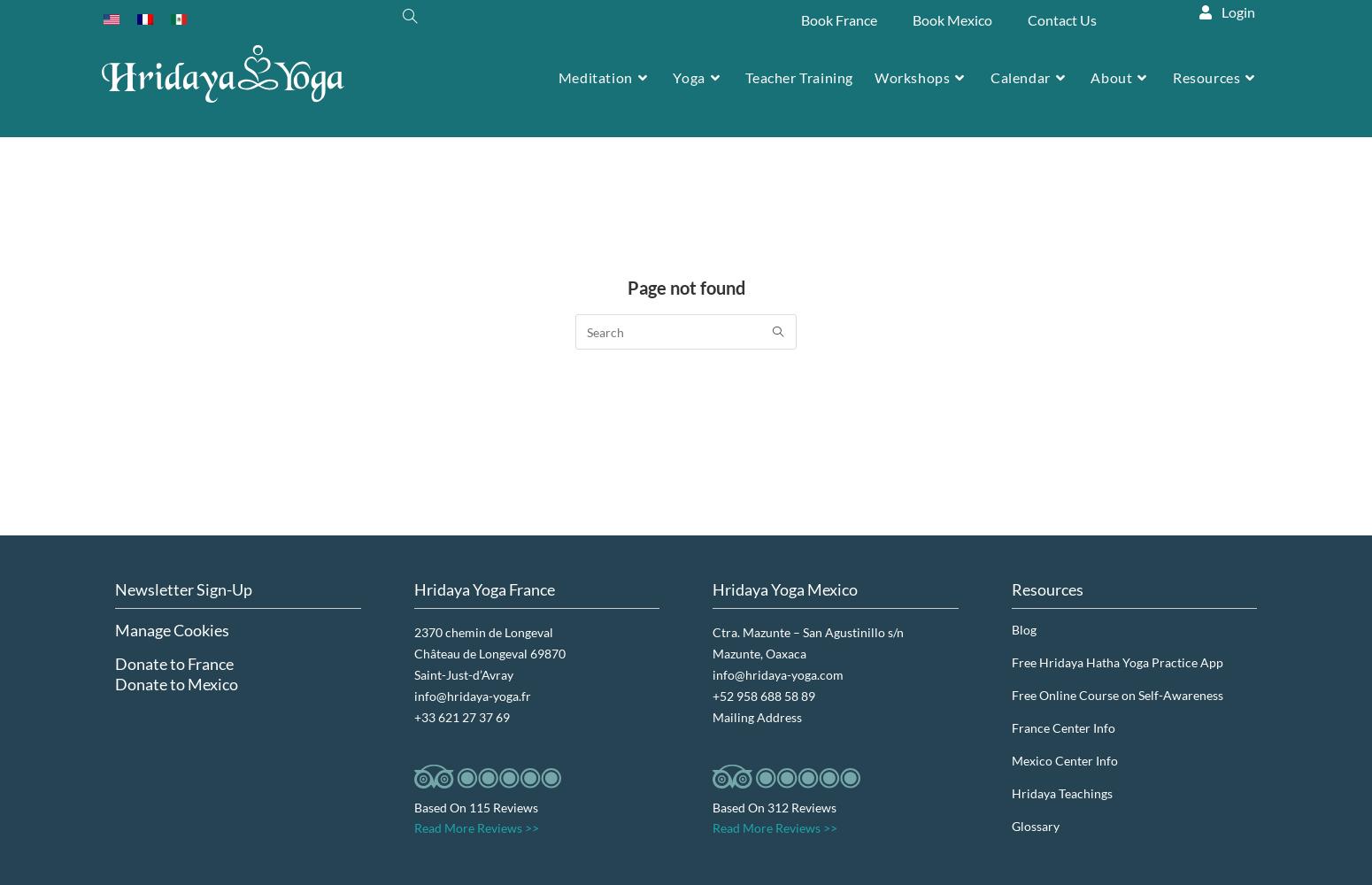  I want to click on 'France Center Info', so click(1062, 727).